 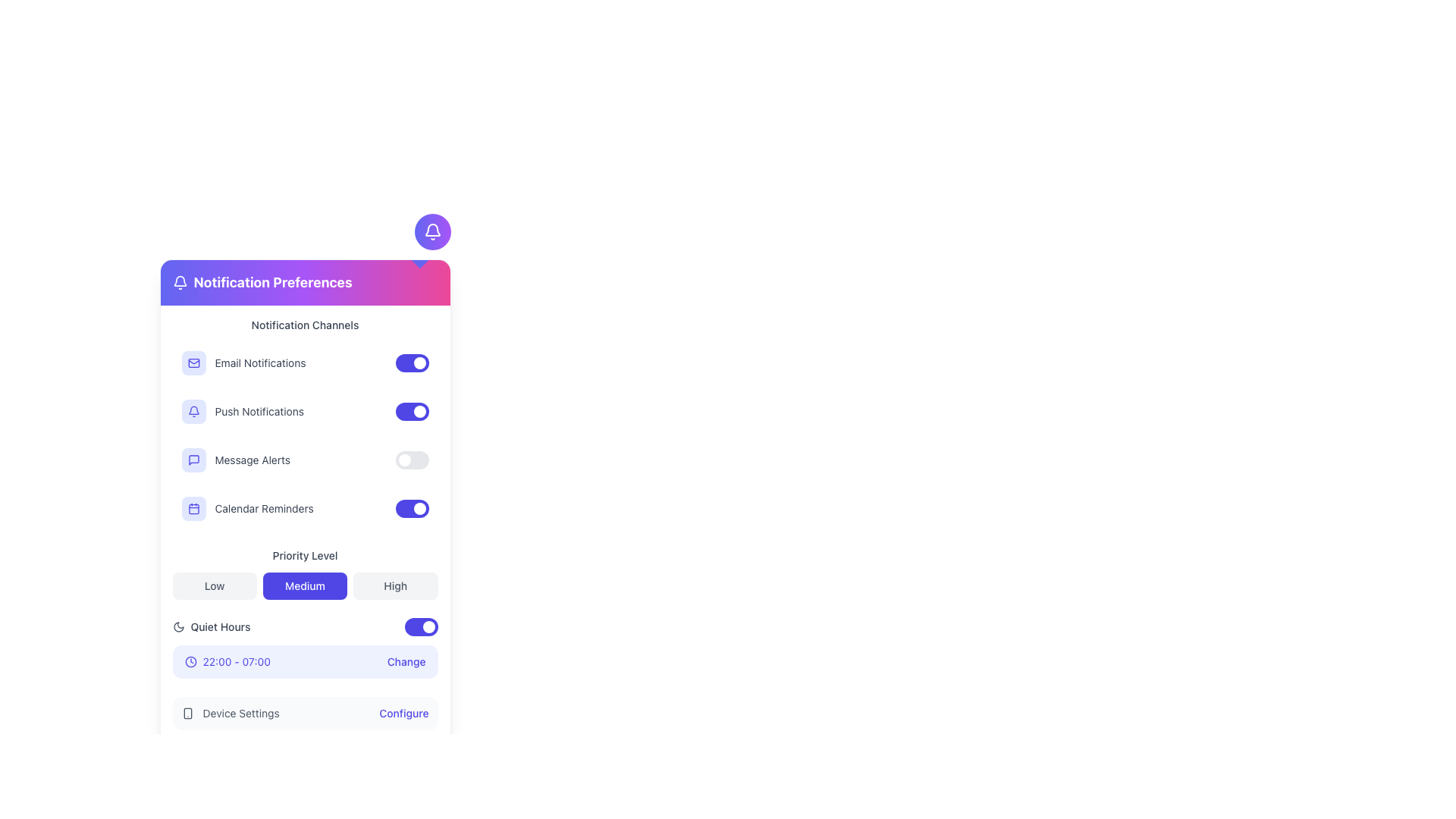 What do you see at coordinates (190, 661) in the screenshot?
I see `the clock icon representing 'Quiet Hours' located at the start of the section, adjacent to the text '22:00 - 07:00'` at bounding box center [190, 661].